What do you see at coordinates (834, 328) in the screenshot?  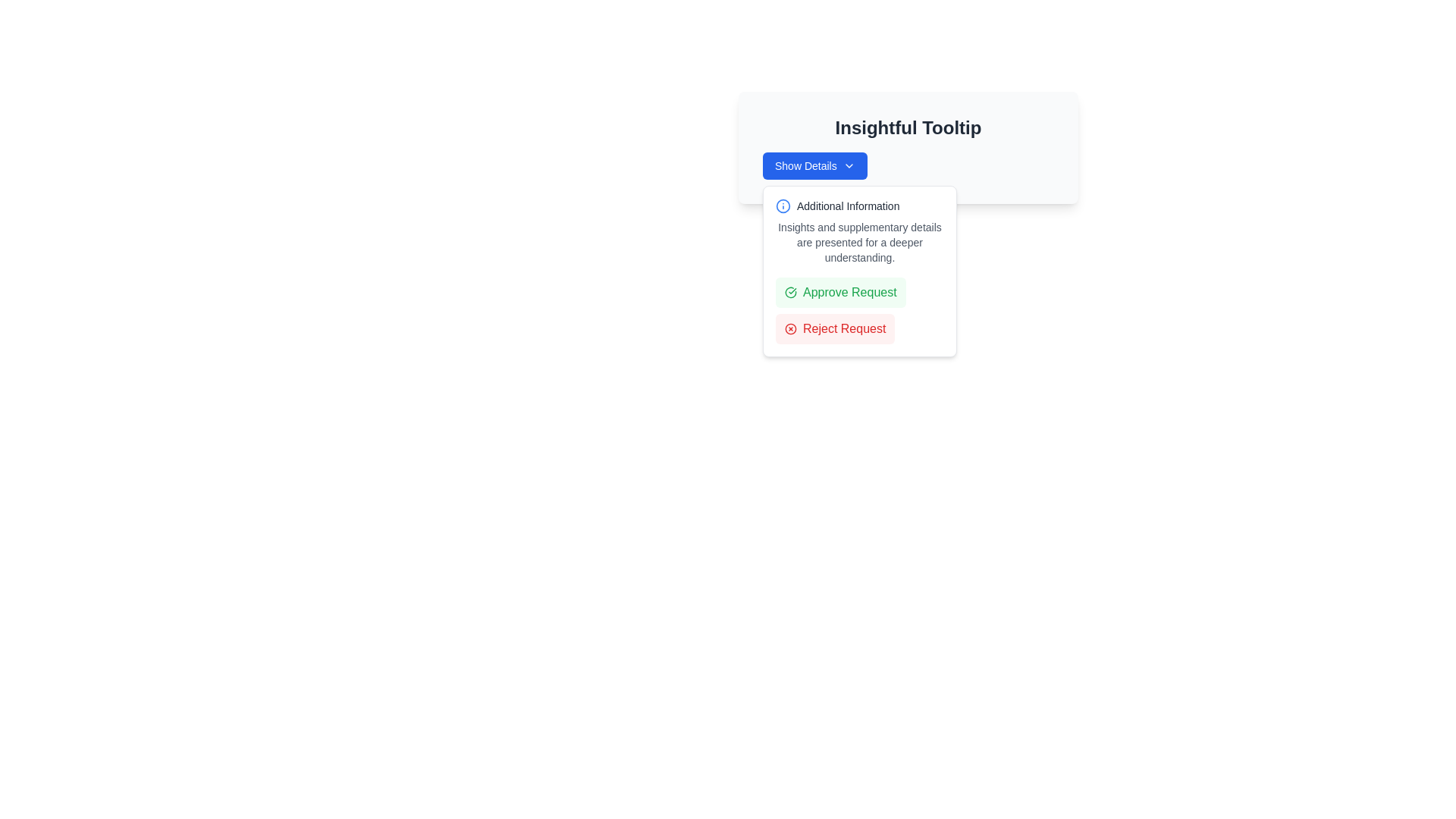 I see `the 'Reject Request' button with red text and an 'X' icon` at bounding box center [834, 328].